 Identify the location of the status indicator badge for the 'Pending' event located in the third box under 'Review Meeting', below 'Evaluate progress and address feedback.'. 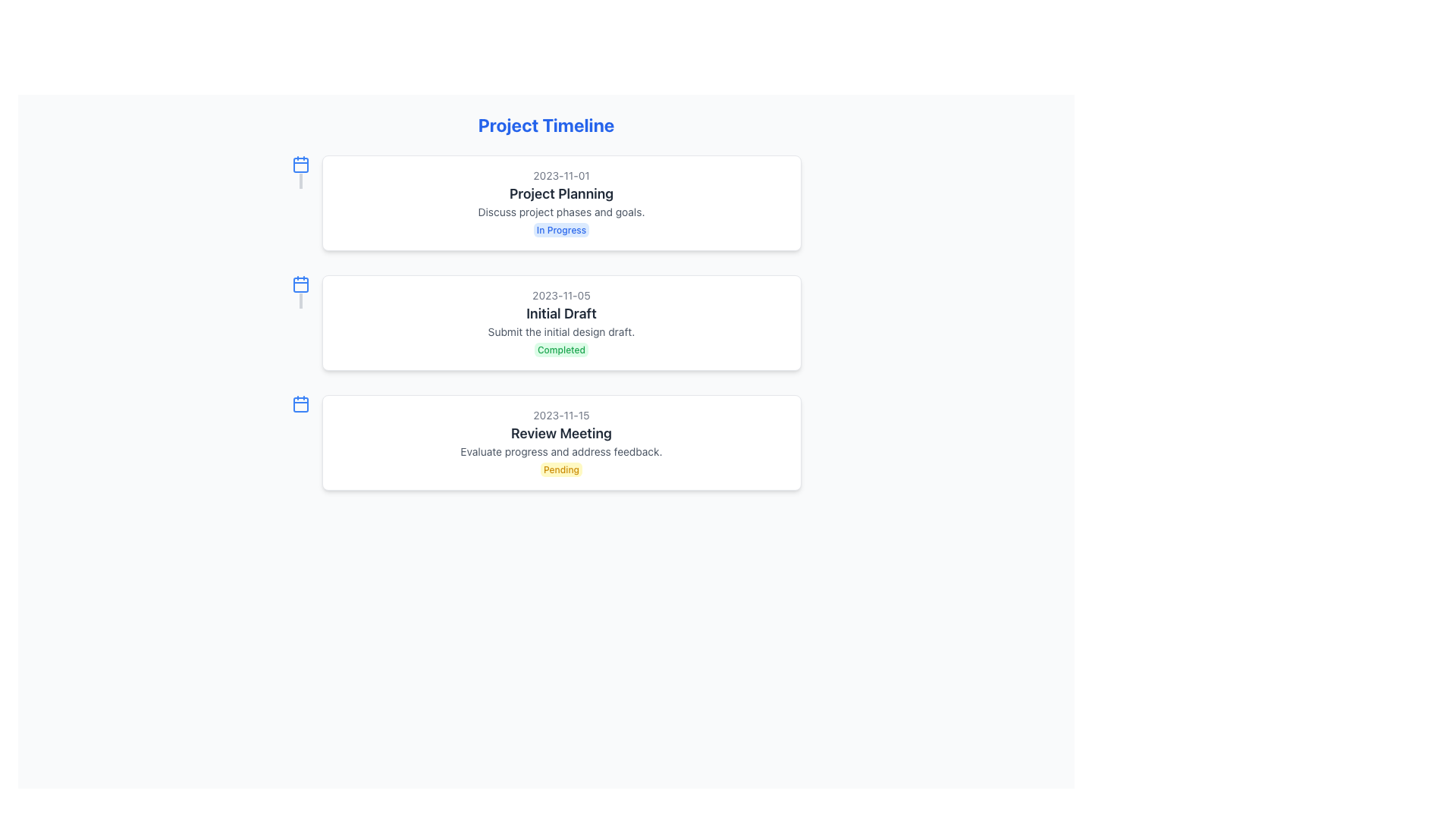
(560, 469).